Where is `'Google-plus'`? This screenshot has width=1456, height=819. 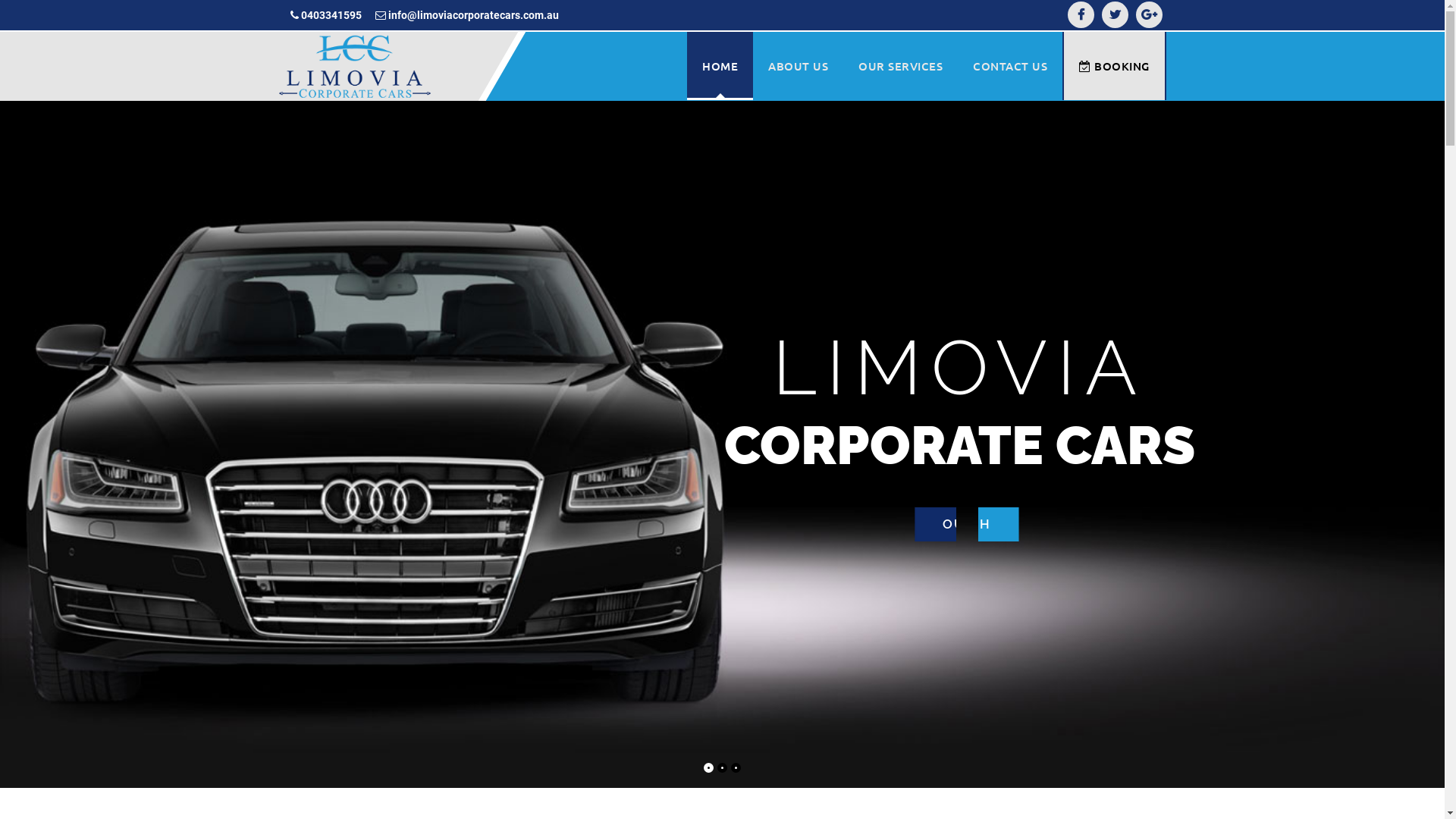
'Google-plus' is located at coordinates (1149, 14).